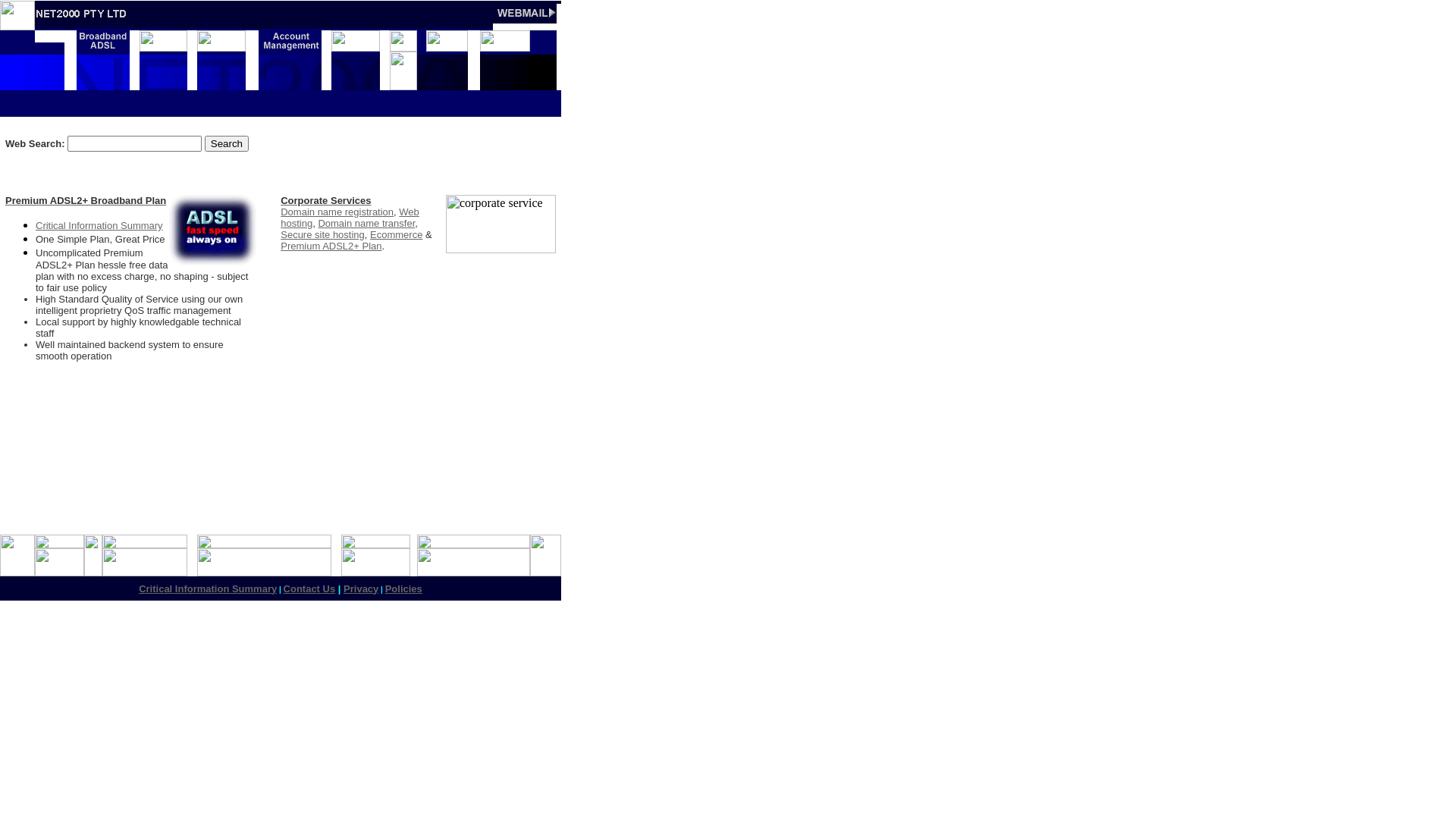 The height and width of the screenshot is (819, 1456). Describe the element at coordinates (366, 223) in the screenshot. I see `'Domain name transfer'` at that location.